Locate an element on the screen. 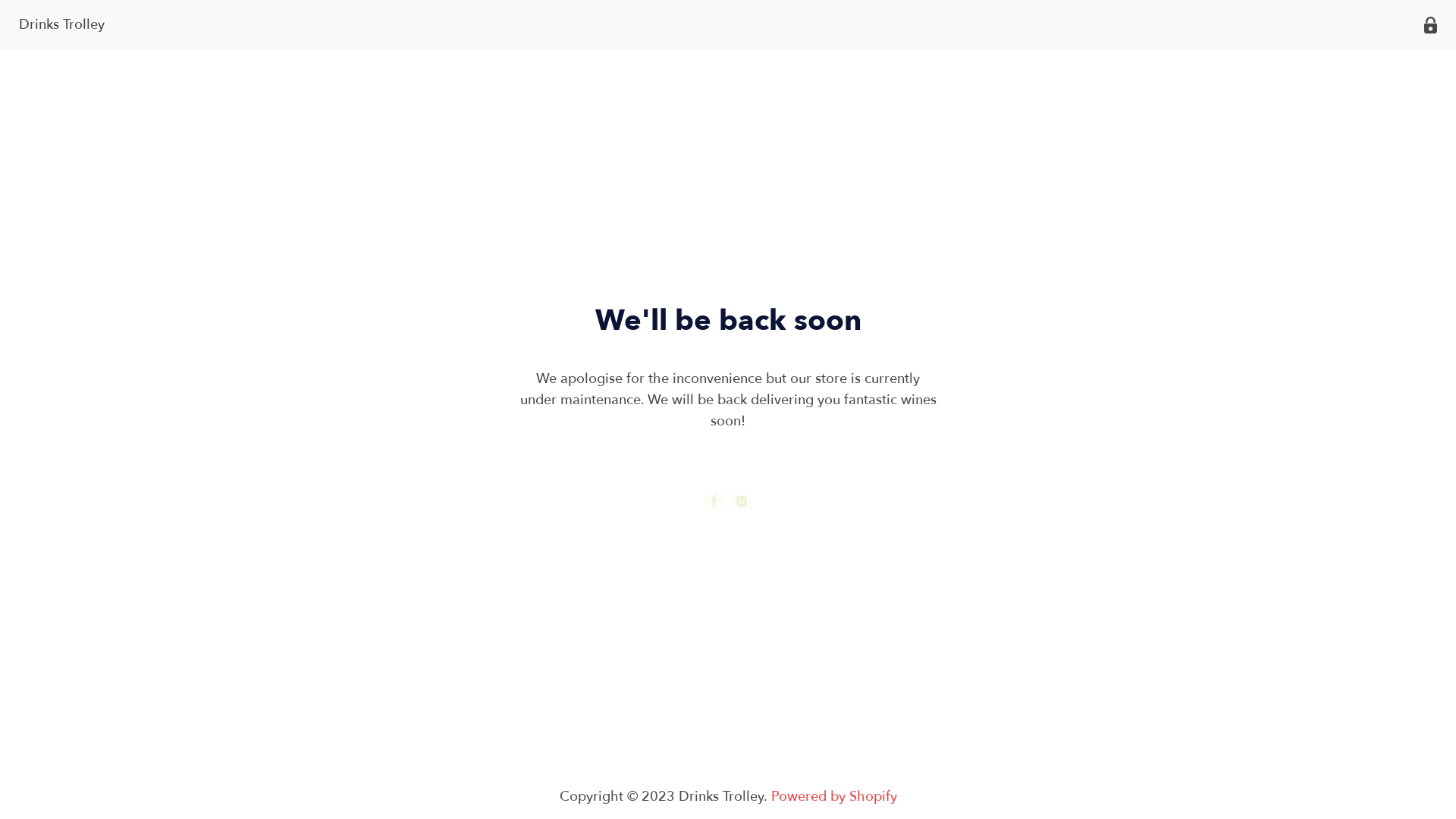 The height and width of the screenshot is (819, 1456). 'Powered by Shopify' is located at coordinates (770, 795).